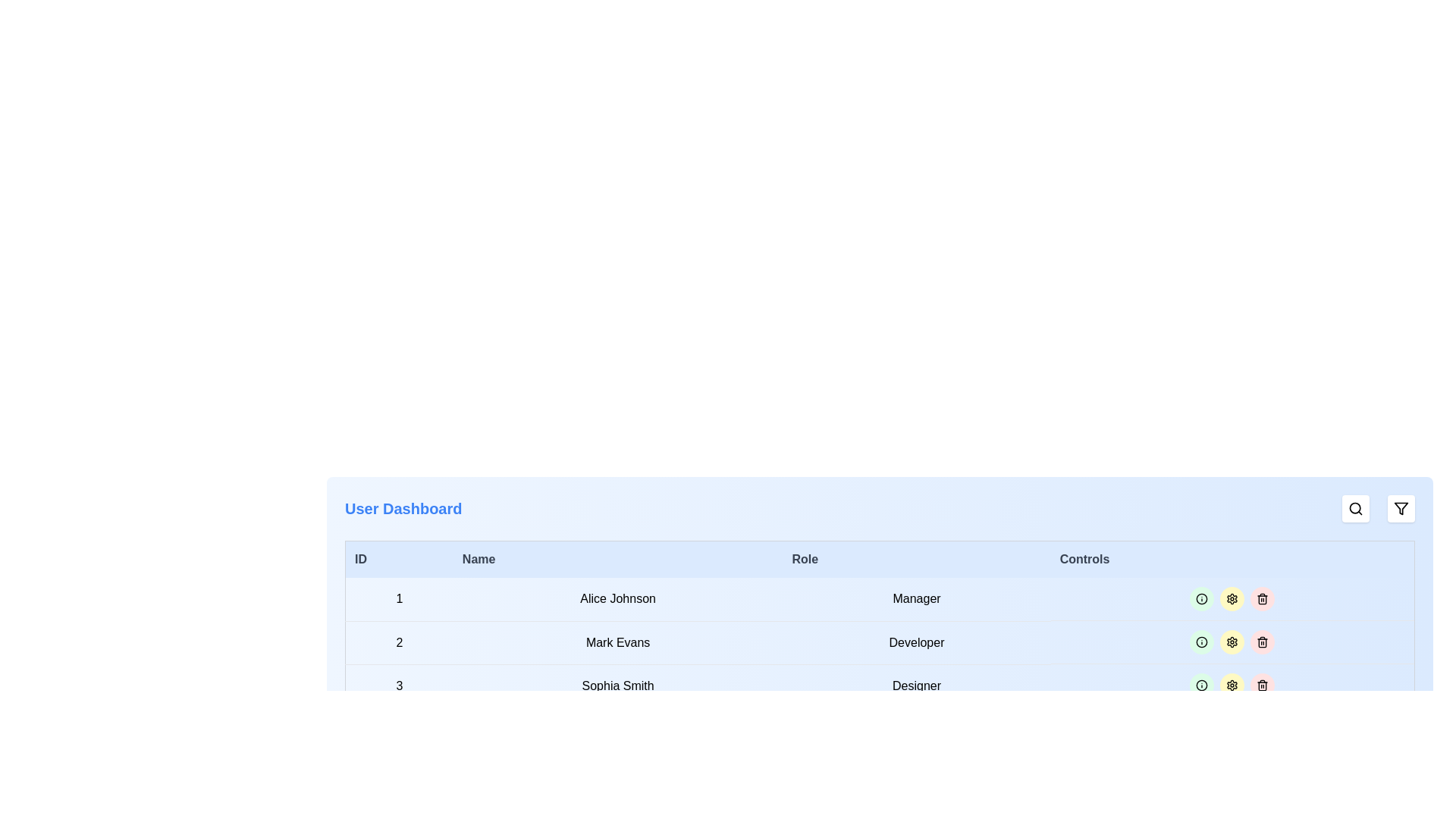  What do you see at coordinates (618, 642) in the screenshot?
I see `the text label displaying 'Mark Evans'` at bounding box center [618, 642].